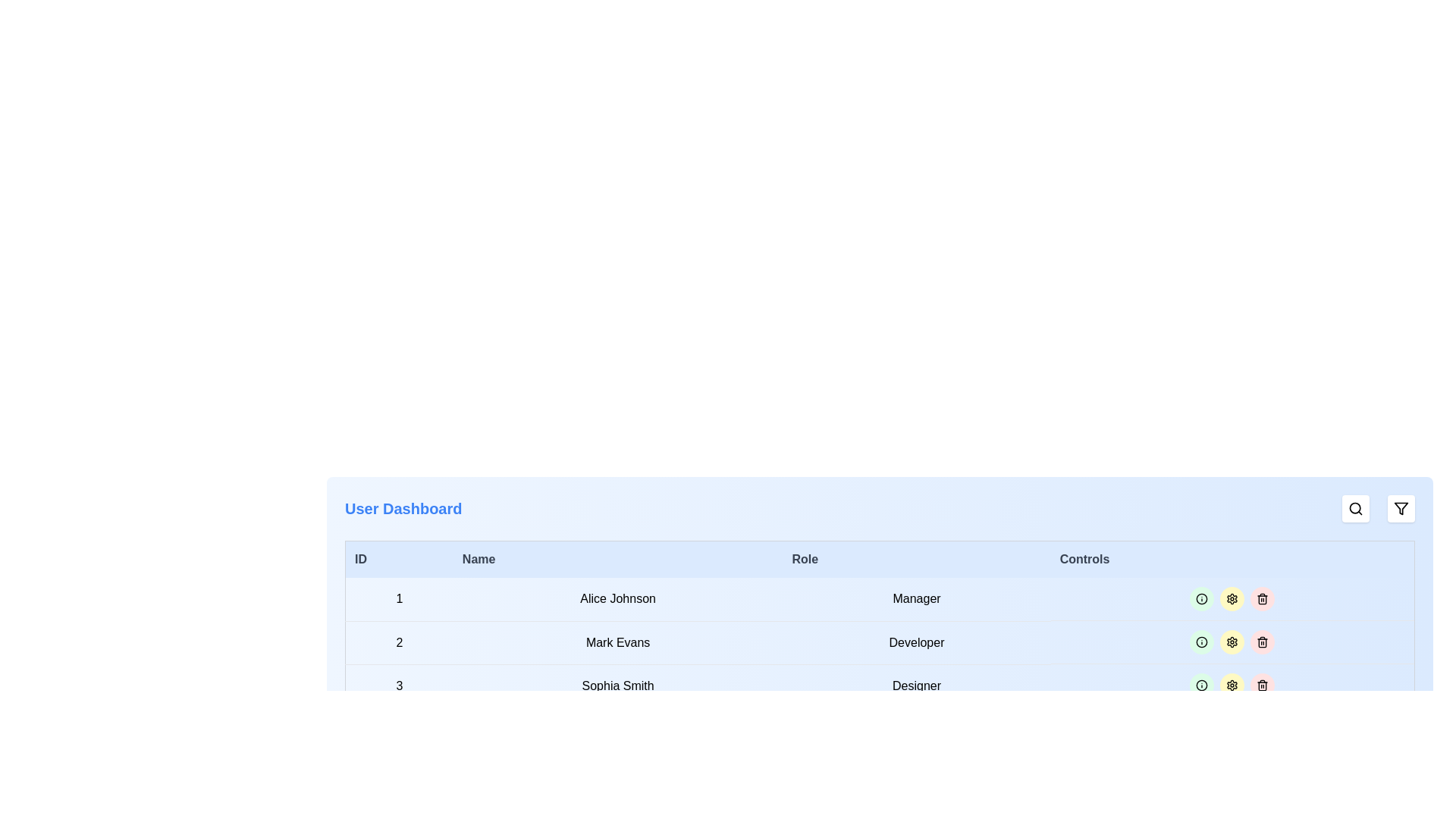  What do you see at coordinates (618, 642) in the screenshot?
I see `the text label displaying 'Mark Evans'` at bounding box center [618, 642].